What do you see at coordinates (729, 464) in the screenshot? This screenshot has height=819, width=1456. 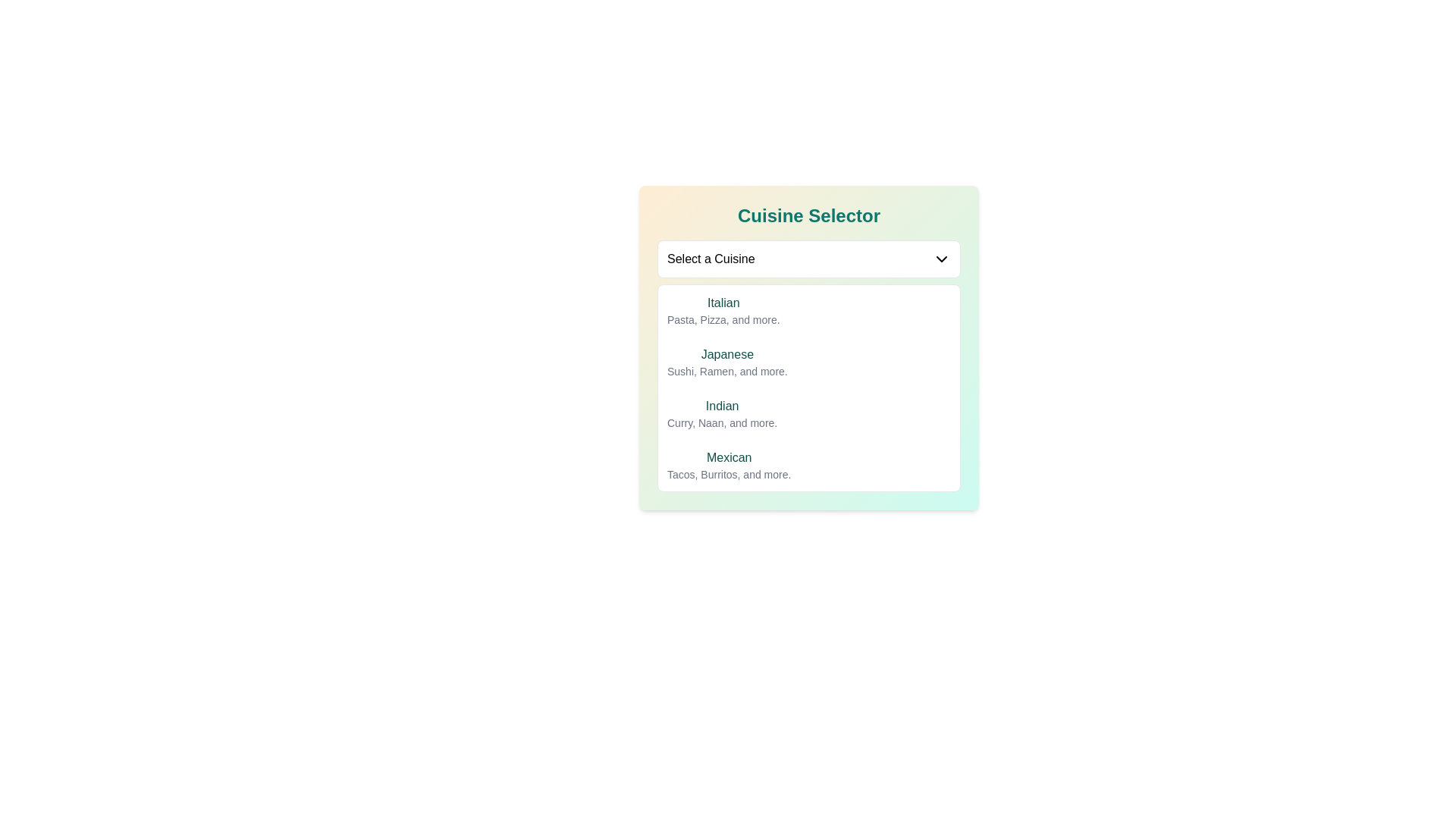 I see `to select the 'Mexican' cuisine option in the vertical menu of cuisine selections, which is the fourth item listed below 'Italian', 'Japanese', and 'Indian'` at bounding box center [729, 464].